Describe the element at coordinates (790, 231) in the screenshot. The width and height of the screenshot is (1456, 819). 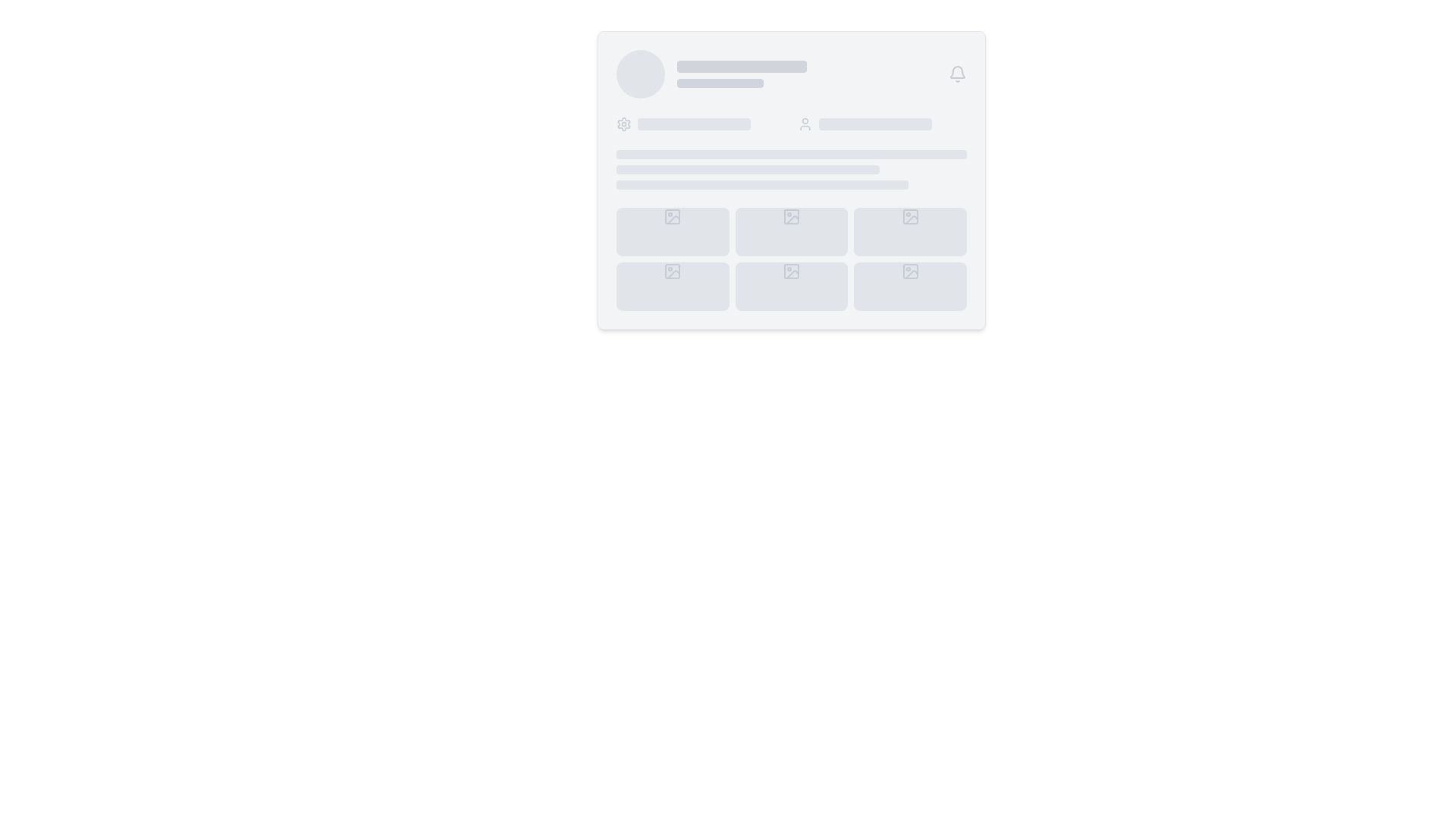
I see `the rectangular placeholder with a grey background and rounded border located in the second column of the first row of a three-column grid` at that location.